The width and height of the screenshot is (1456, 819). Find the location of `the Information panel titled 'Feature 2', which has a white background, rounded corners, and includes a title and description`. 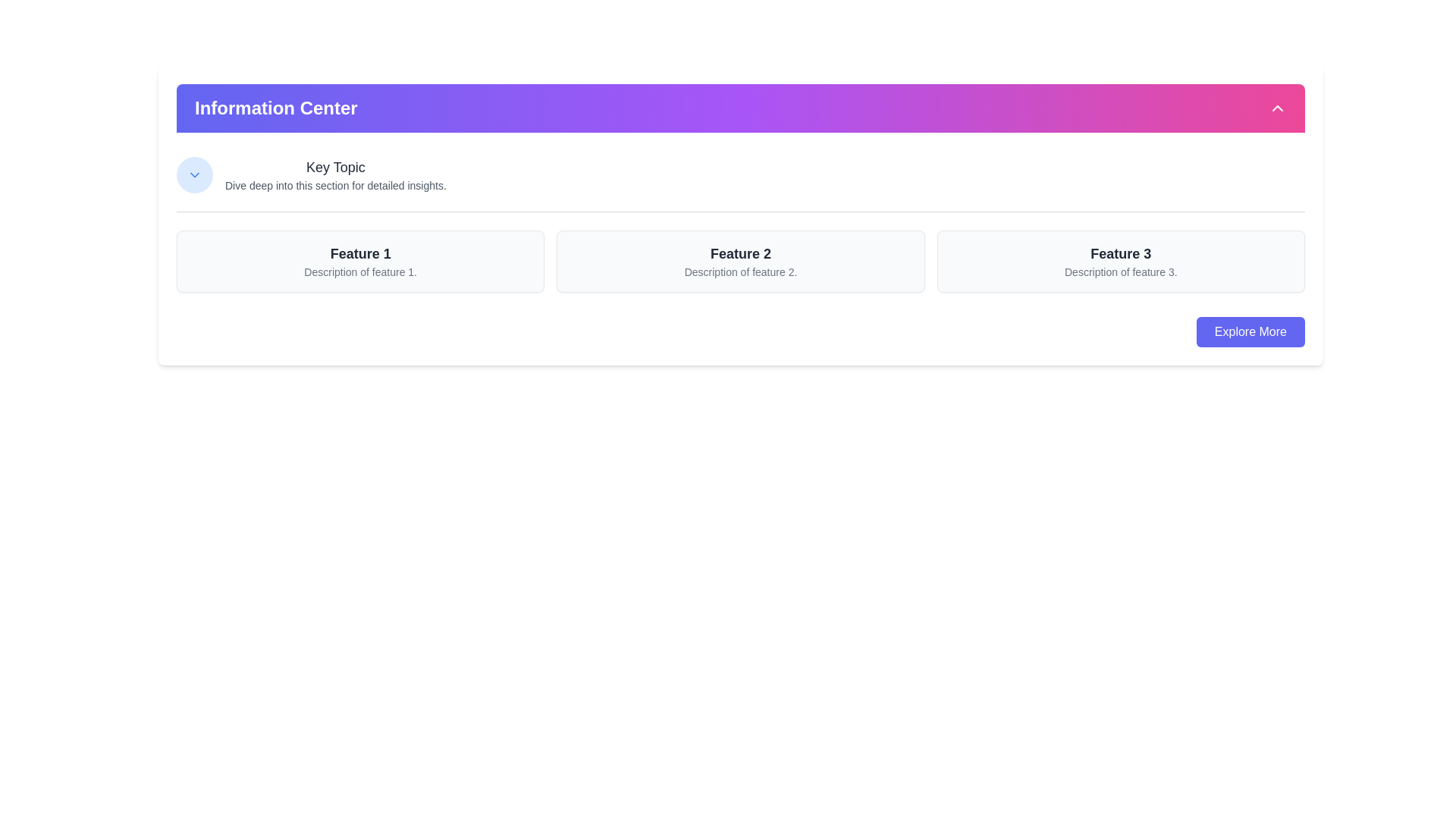

the Information panel titled 'Feature 2', which has a white background, rounded corners, and includes a title and description is located at coordinates (740, 260).